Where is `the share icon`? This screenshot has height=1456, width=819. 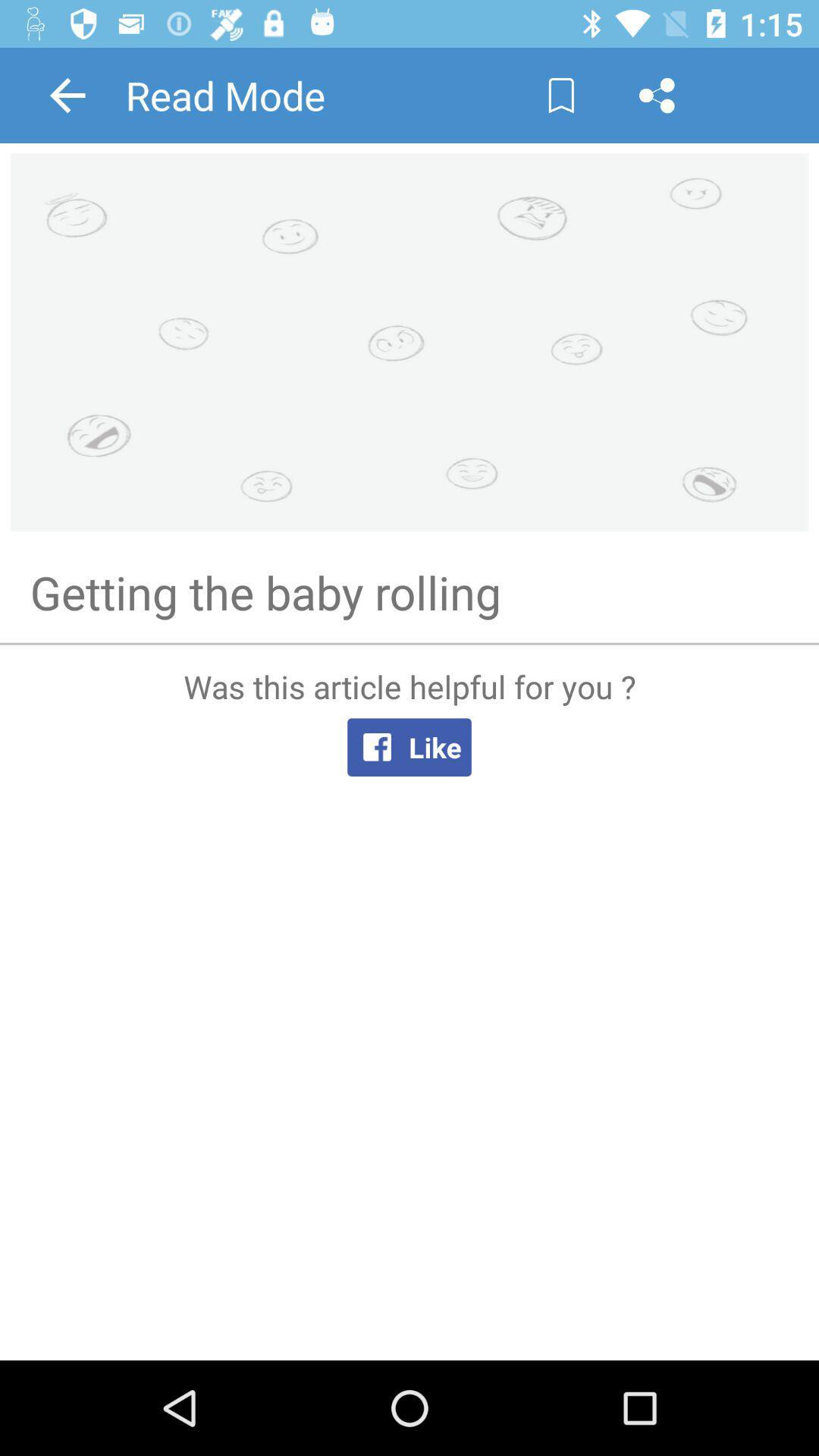
the share icon is located at coordinates (656, 94).